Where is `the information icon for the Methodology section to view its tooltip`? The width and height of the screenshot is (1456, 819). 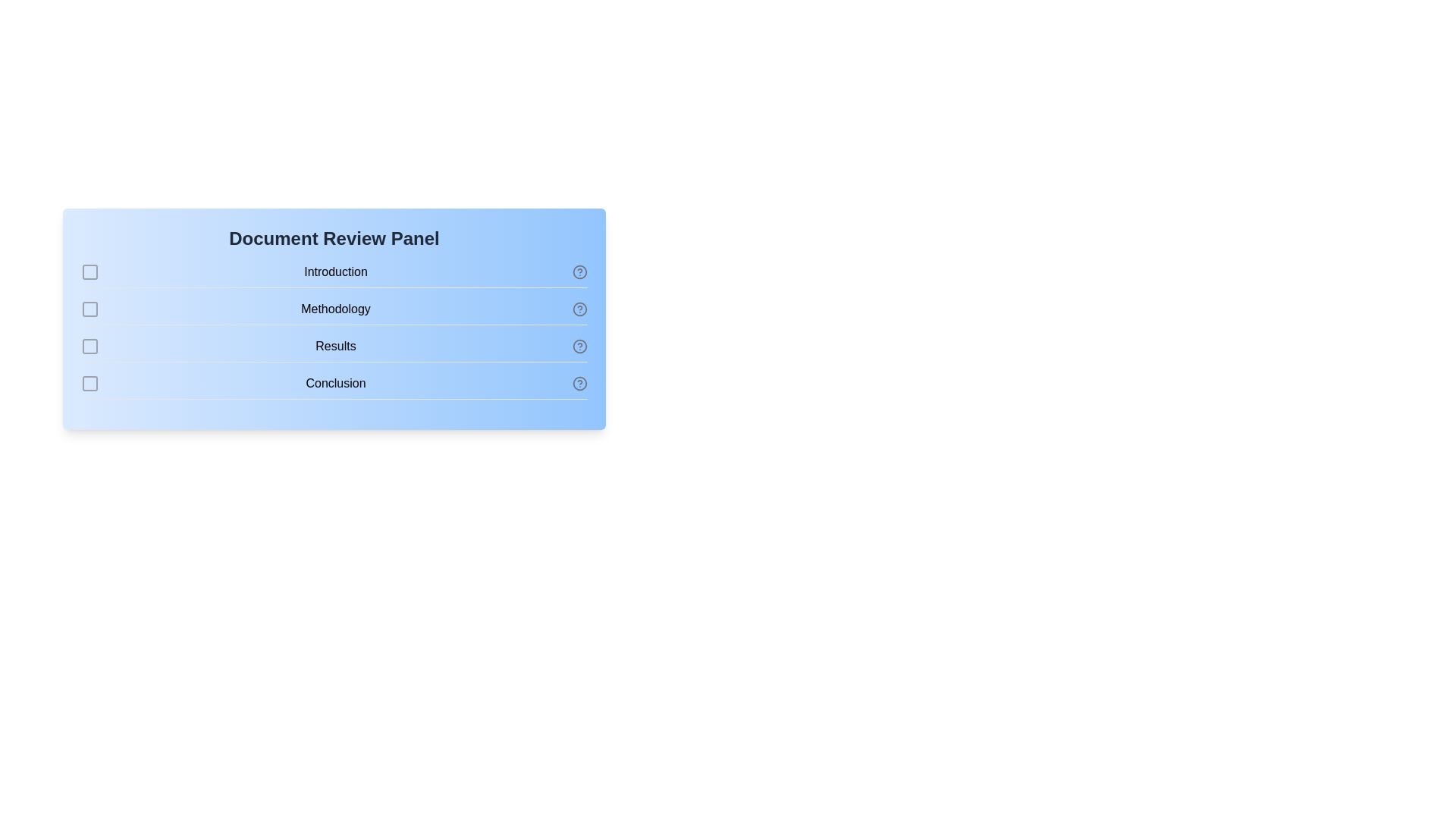 the information icon for the Methodology section to view its tooltip is located at coordinates (579, 309).